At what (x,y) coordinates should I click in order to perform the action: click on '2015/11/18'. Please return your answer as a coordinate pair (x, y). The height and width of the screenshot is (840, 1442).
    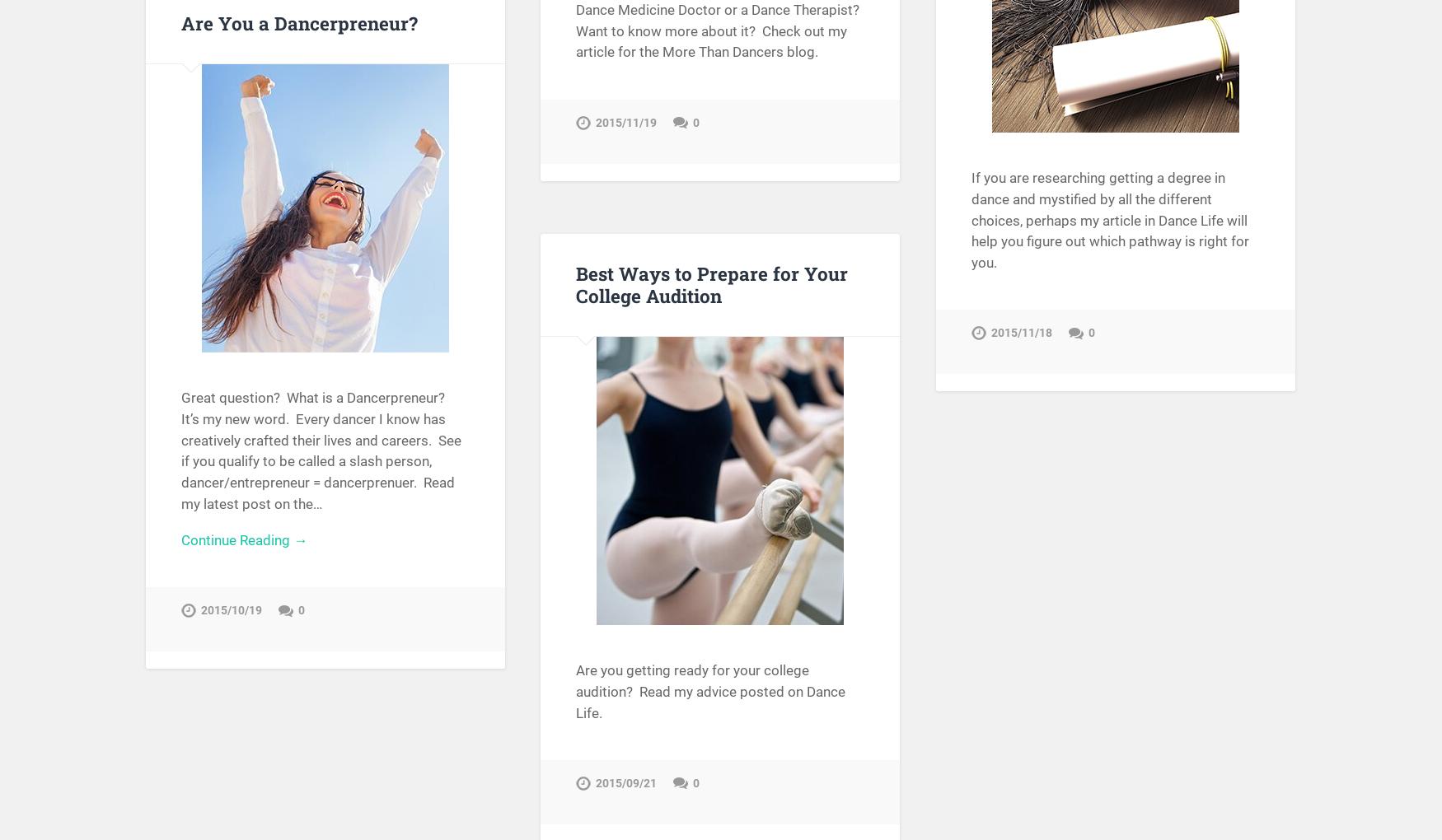
    Looking at the image, I should click on (1022, 333).